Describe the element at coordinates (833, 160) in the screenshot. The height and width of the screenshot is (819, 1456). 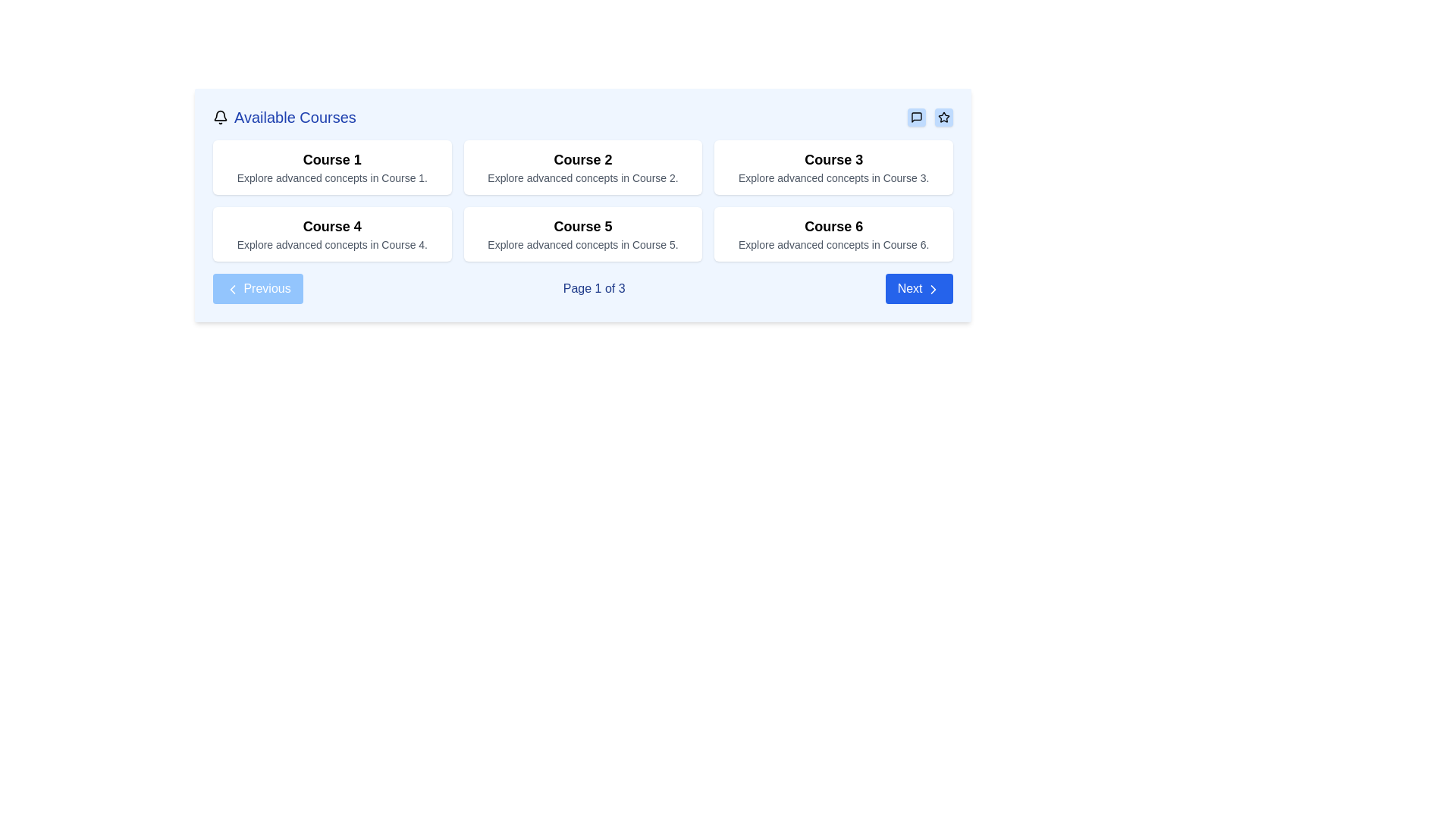
I see `static text label 'Course 3' which is styled with a bold font and larger size, positioned at the top of the third card in the first row of a grid layout` at that location.